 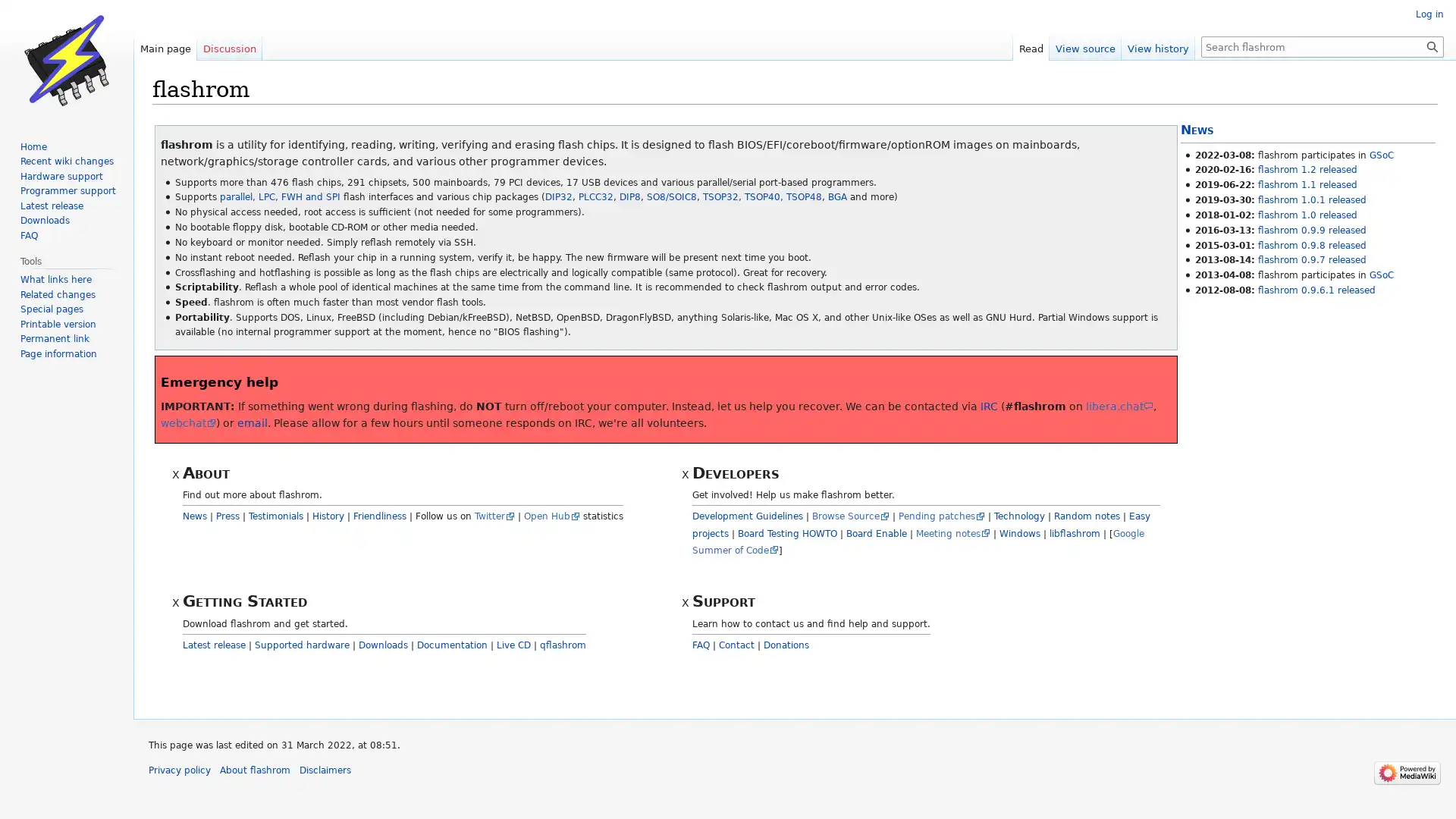 What do you see at coordinates (1432, 45) in the screenshot?
I see `Search` at bounding box center [1432, 45].